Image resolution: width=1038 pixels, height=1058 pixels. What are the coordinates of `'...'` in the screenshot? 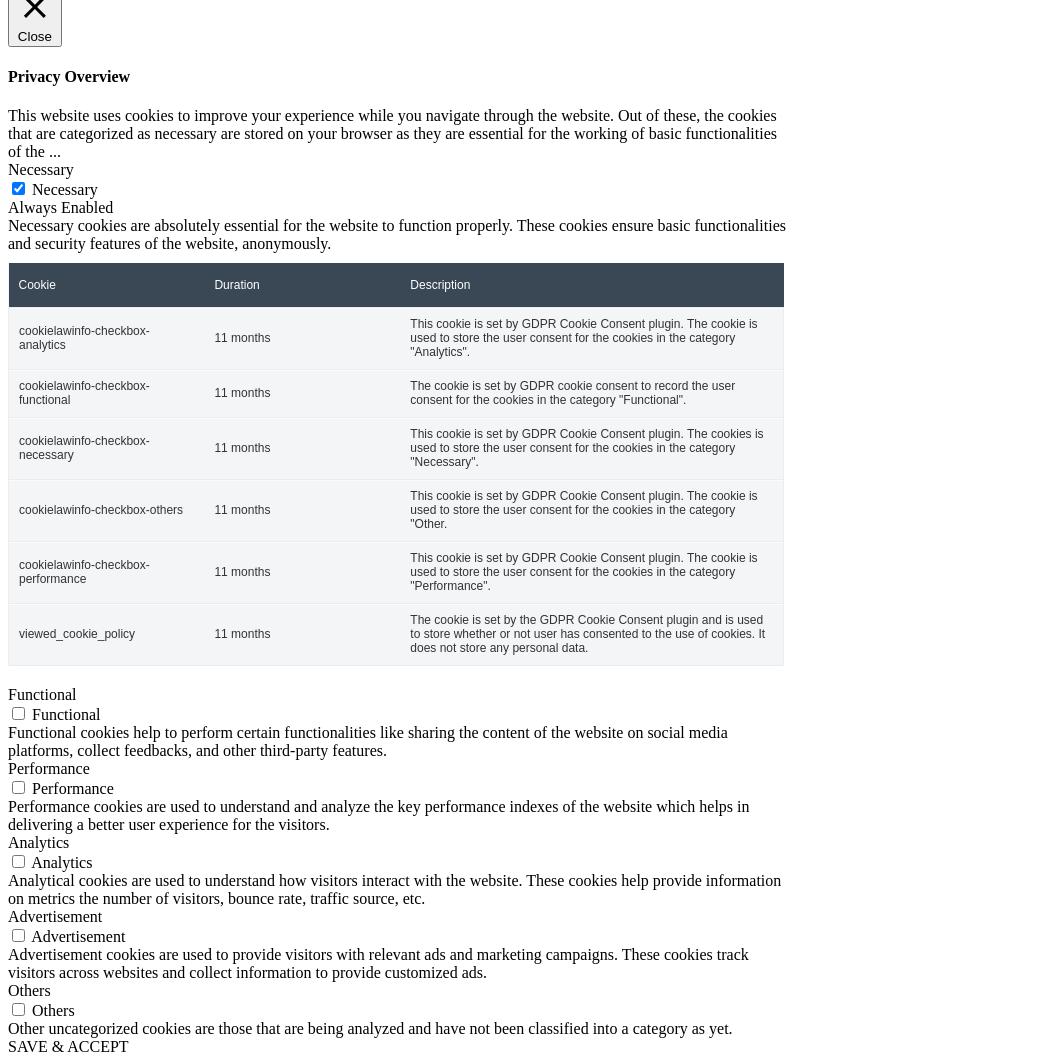 It's located at (52, 150).